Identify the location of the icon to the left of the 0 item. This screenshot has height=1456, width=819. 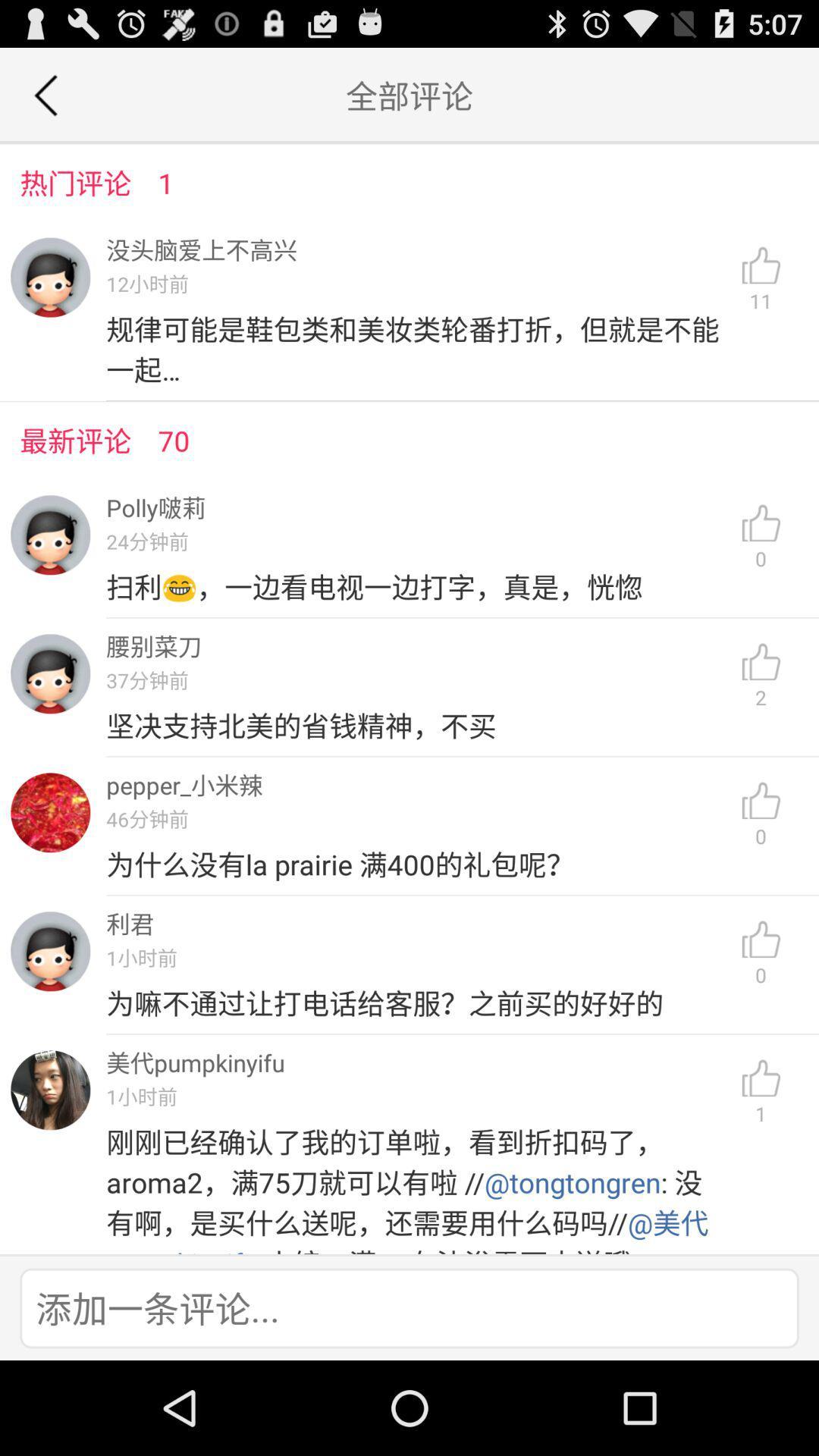
(417, 1003).